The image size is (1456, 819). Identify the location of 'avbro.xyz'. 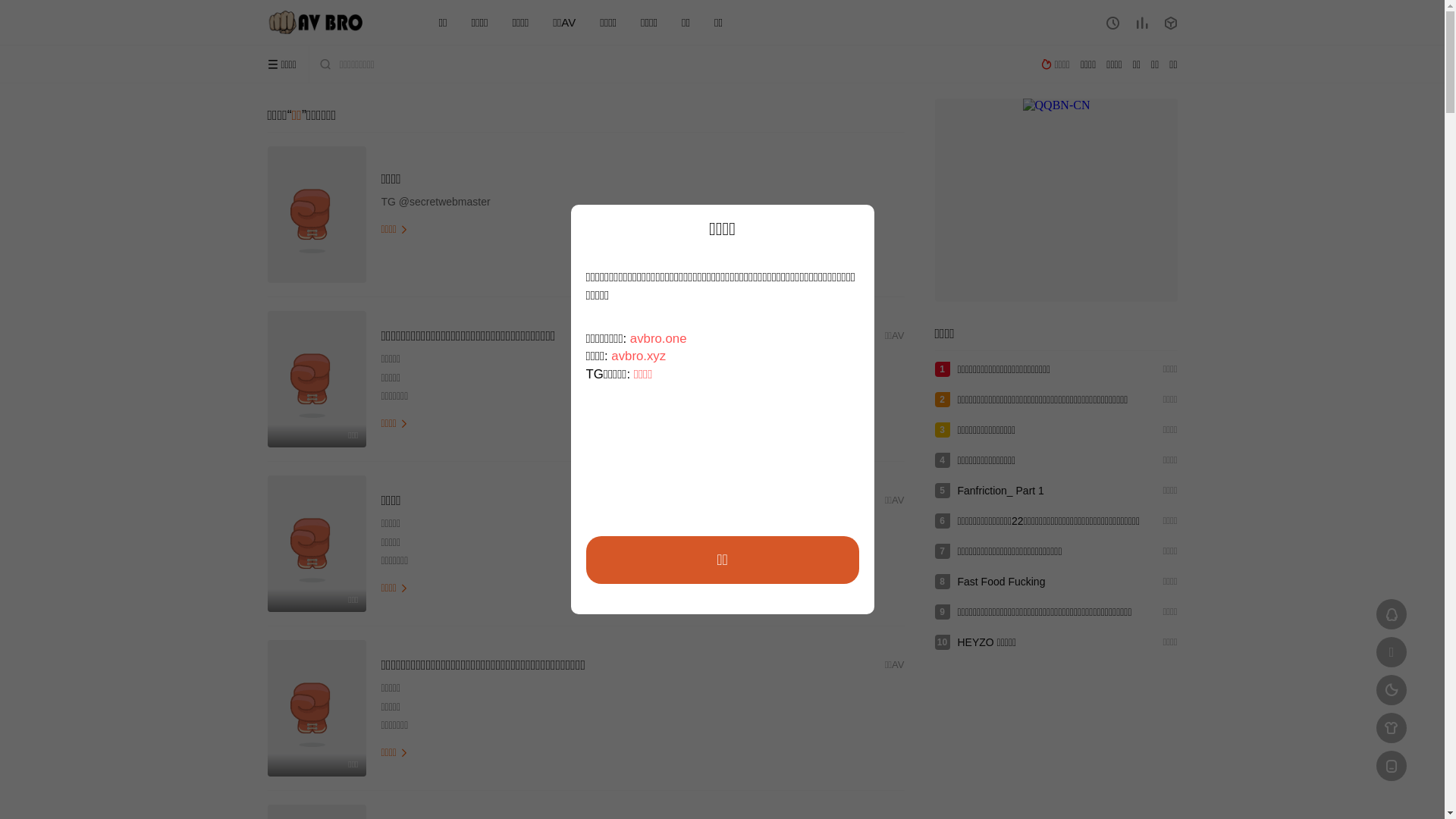
(638, 356).